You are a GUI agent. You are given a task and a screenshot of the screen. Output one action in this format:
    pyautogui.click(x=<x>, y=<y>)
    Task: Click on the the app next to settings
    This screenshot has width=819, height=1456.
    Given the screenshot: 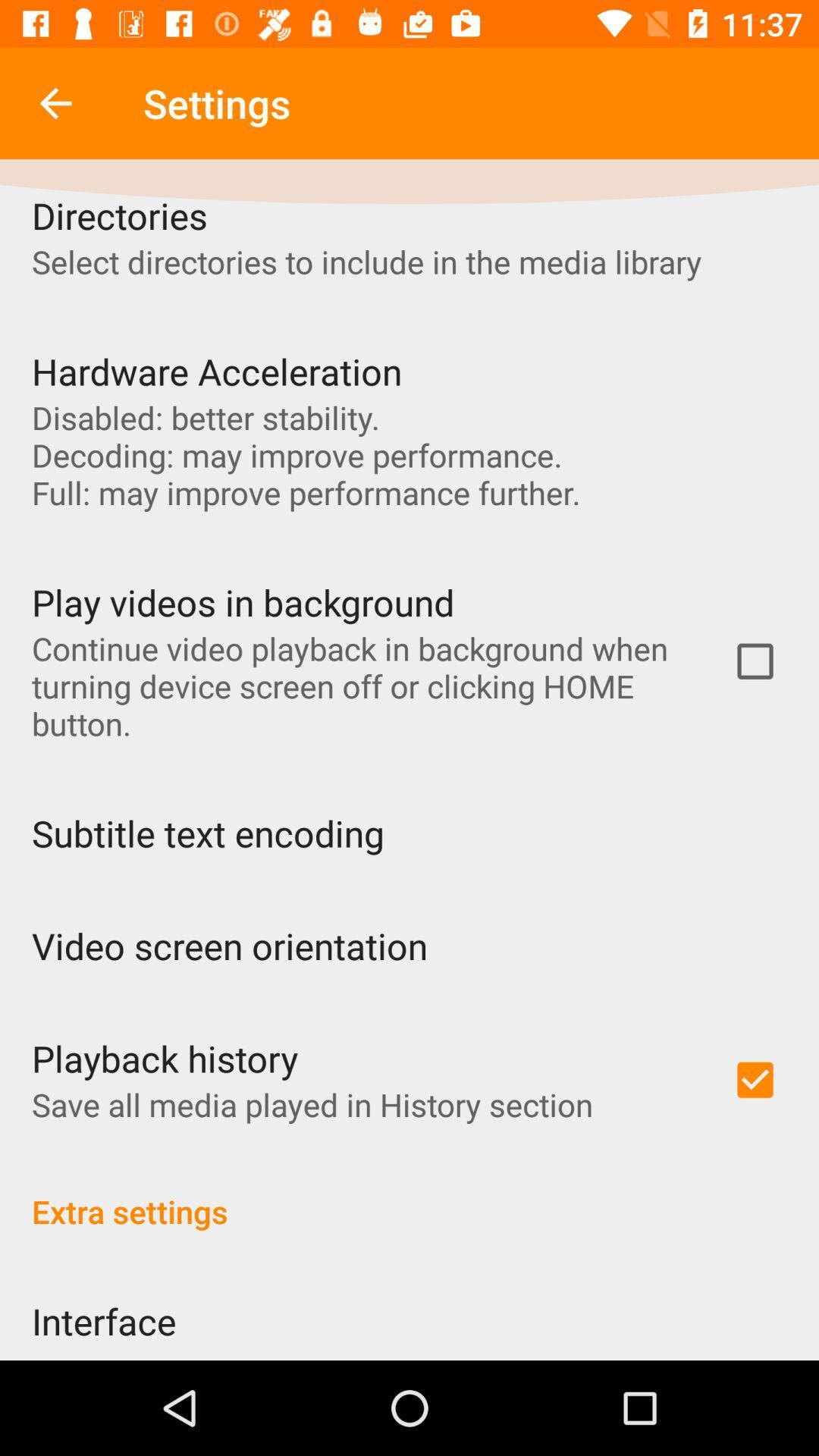 What is the action you would take?
    pyautogui.click(x=55, y=102)
    